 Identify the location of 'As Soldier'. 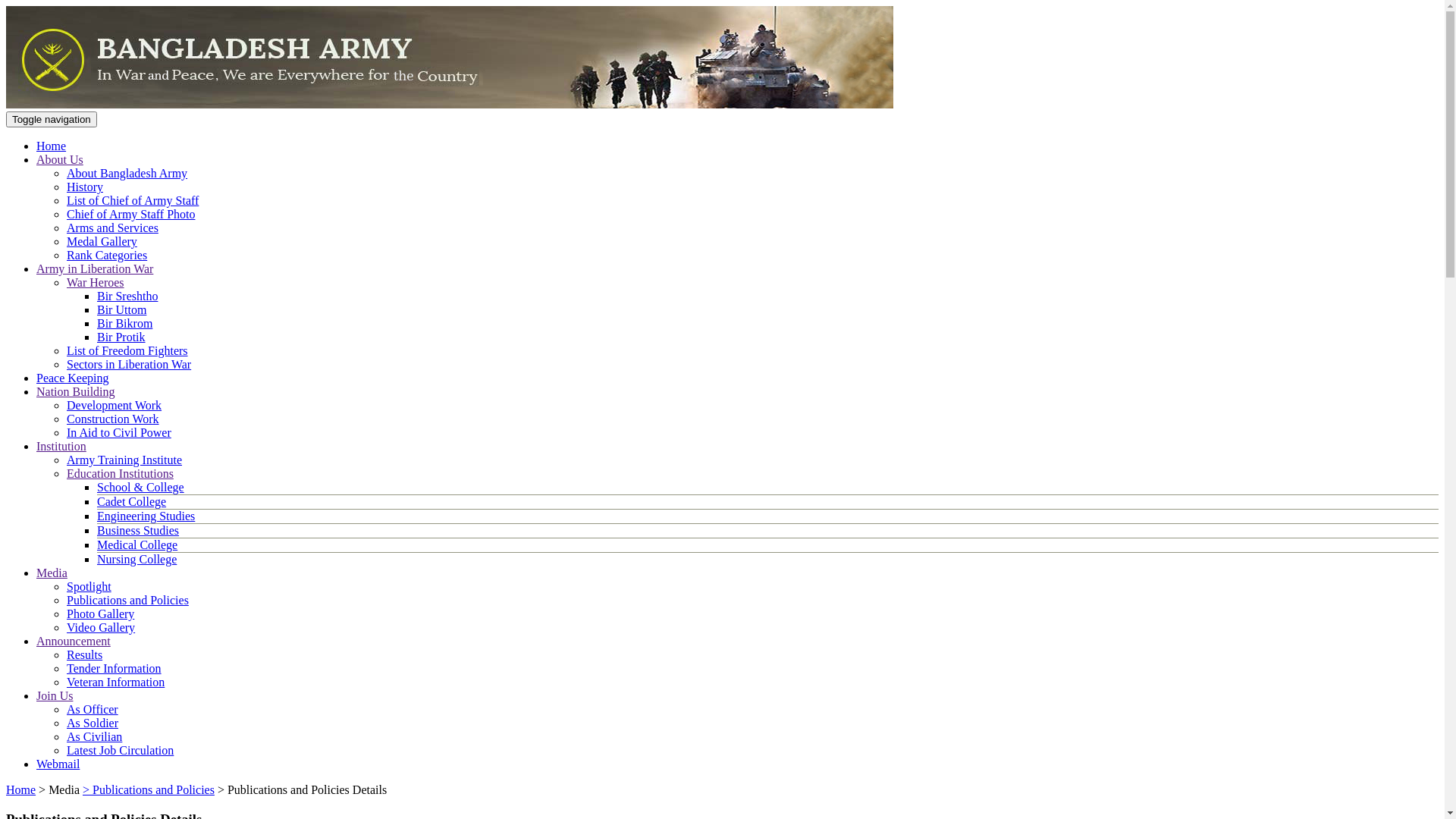
(91, 722).